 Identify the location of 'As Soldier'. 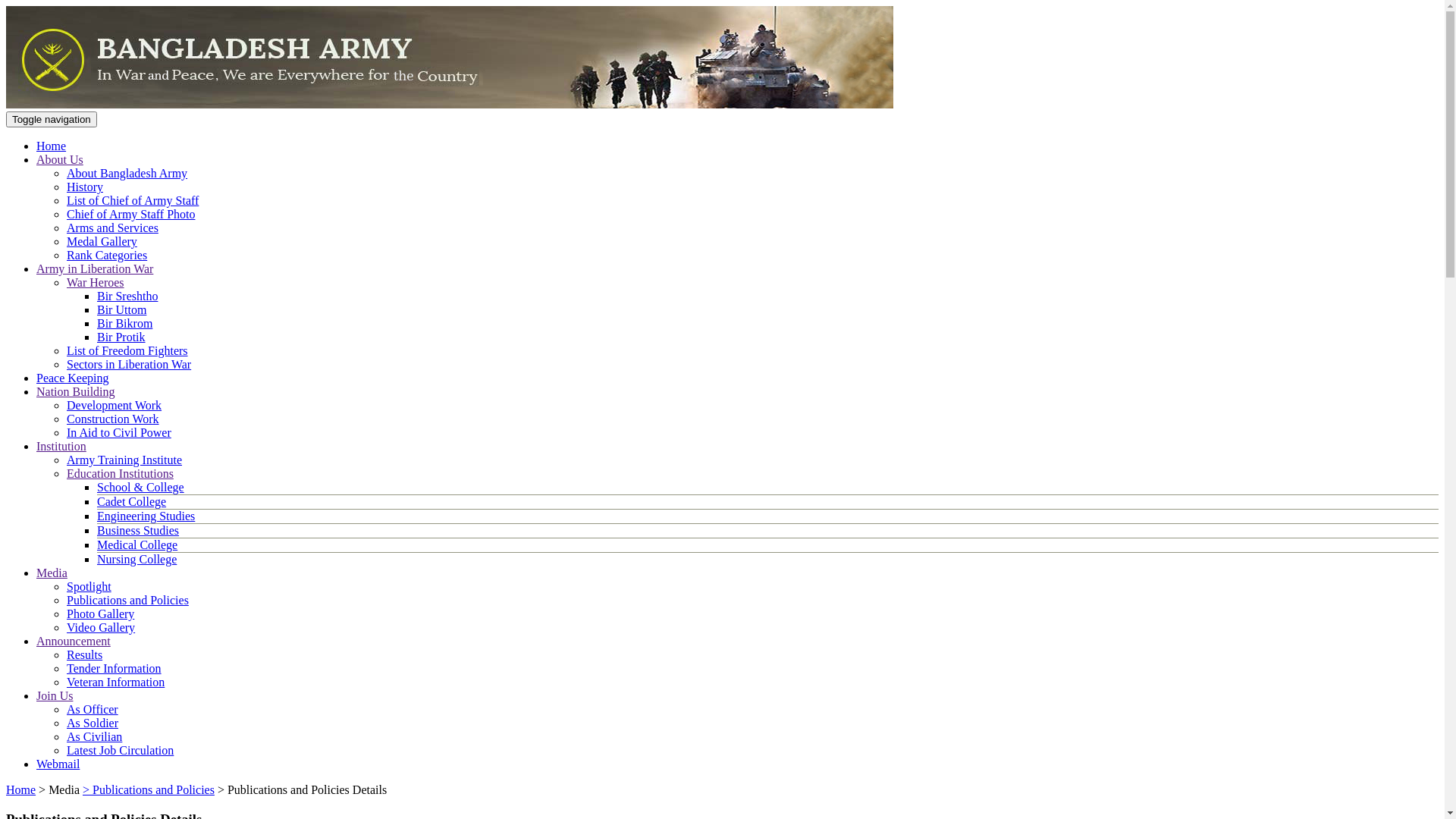
(91, 722).